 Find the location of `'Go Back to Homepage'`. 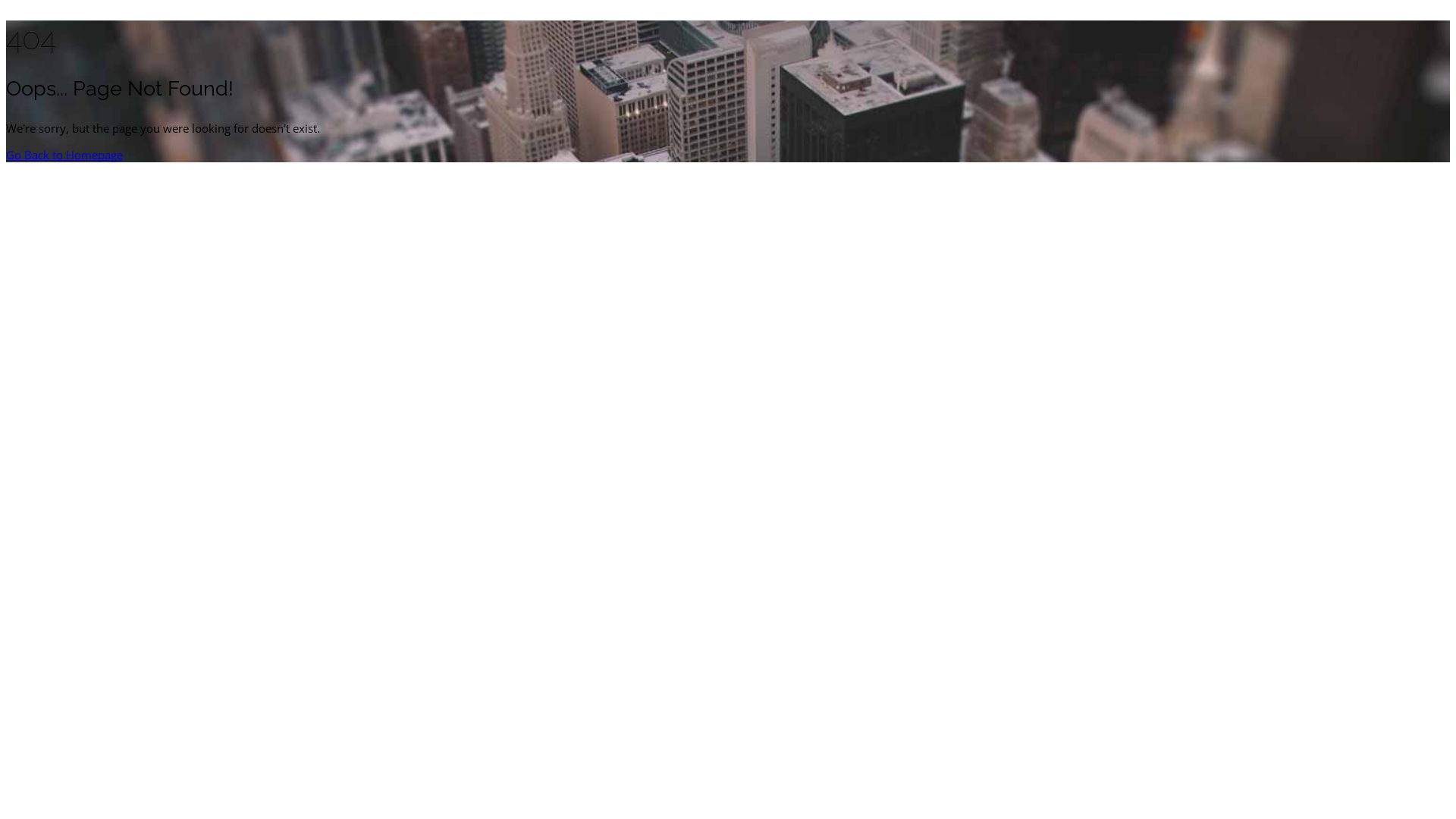

'Go Back to Homepage' is located at coordinates (64, 155).